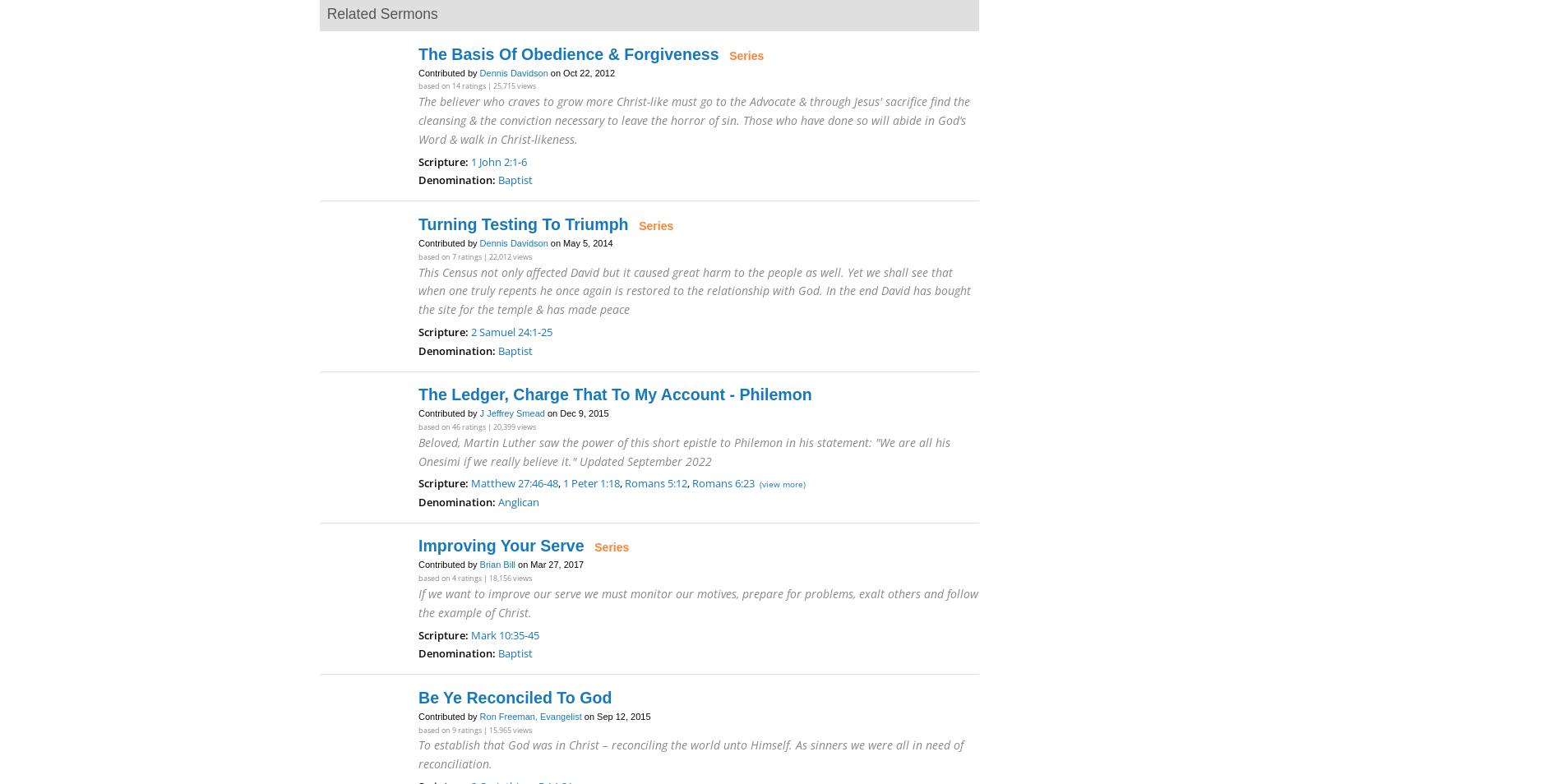 This screenshot has width=1562, height=784. Describe the element at coordinates (452, 85) in the screenshot. I see `'based on  14 ratings'` at that location.